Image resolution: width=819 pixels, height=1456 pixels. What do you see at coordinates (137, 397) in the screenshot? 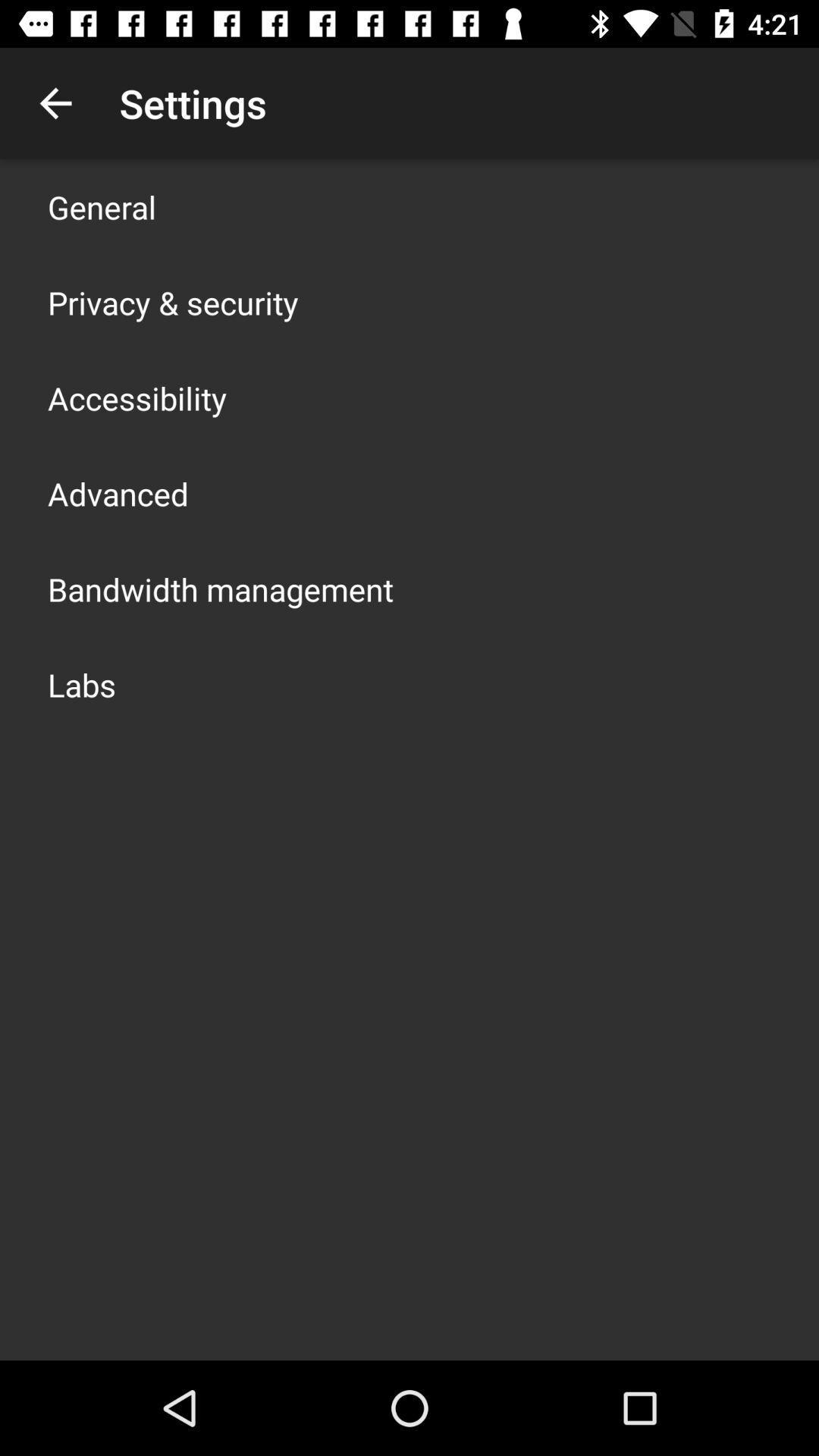
I see `app below privacy & security app` at bounding box center [137, 397].